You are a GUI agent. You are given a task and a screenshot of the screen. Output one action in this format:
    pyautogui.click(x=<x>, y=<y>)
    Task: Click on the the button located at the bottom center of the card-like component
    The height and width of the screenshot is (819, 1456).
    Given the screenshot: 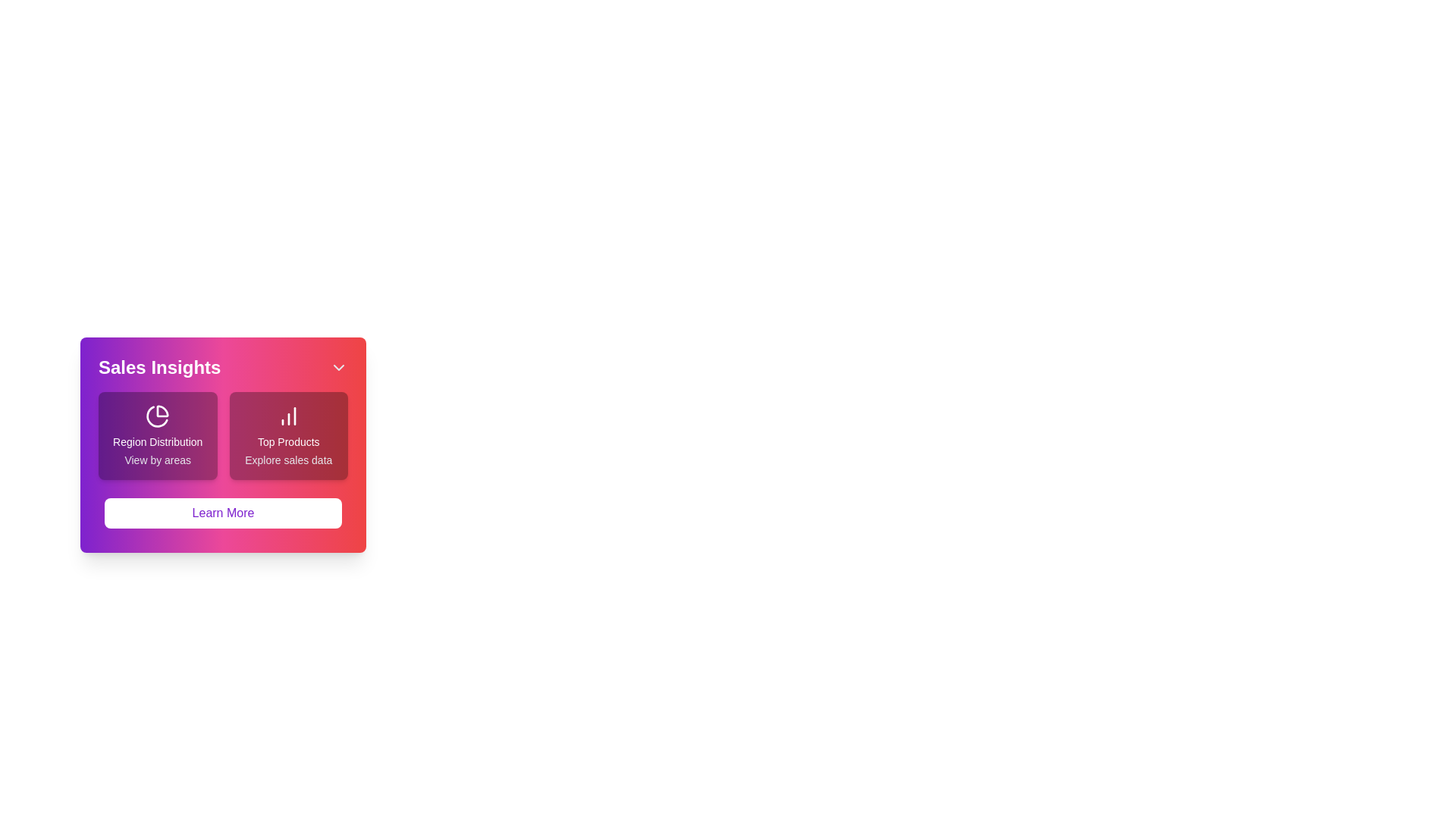 What is the action you would take?
    pyautogui.click(x=222, y=513)
    